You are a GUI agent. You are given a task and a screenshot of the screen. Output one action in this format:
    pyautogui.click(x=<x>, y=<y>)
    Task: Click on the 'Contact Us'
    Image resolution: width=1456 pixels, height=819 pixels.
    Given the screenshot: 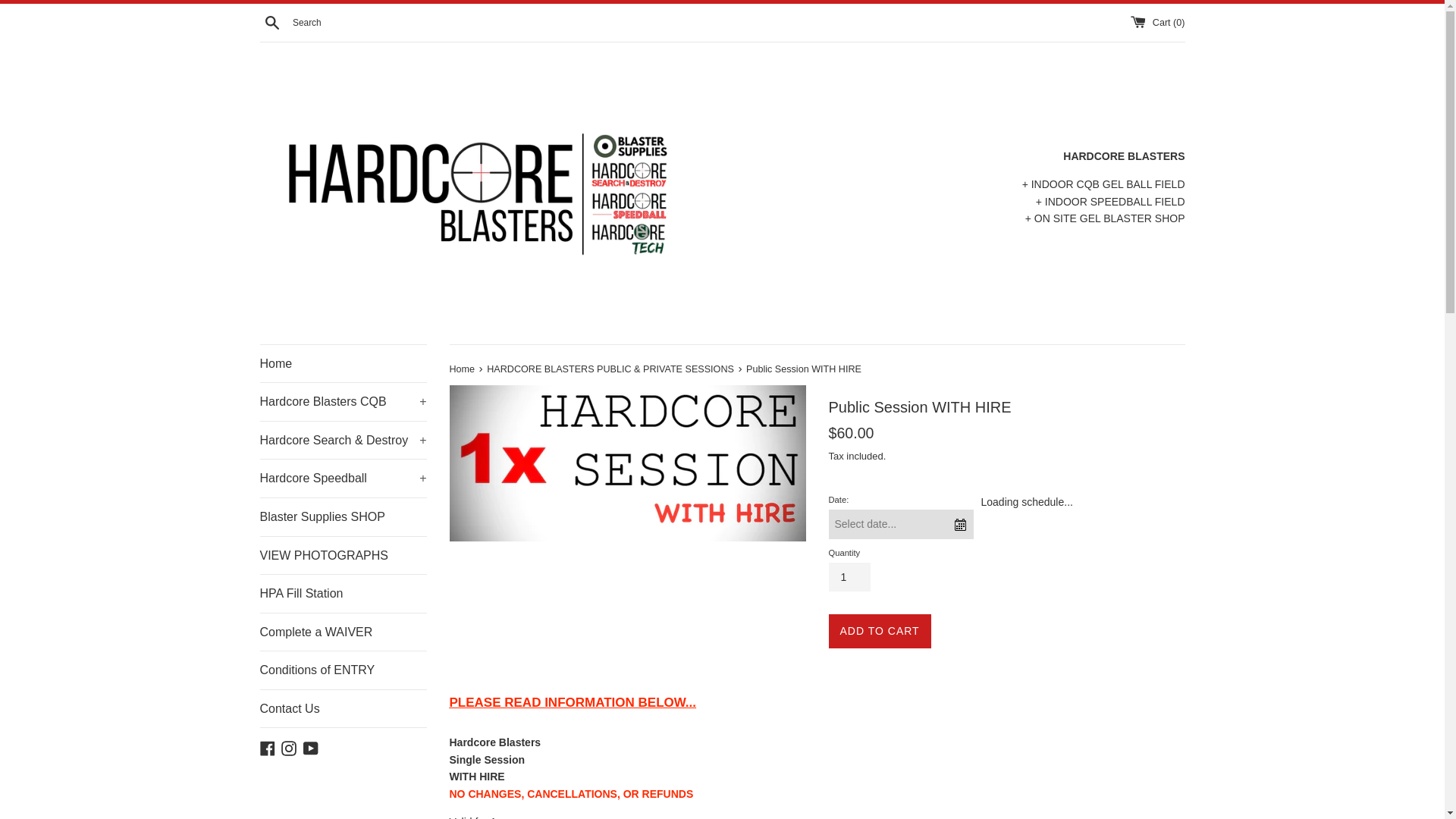 What is the action you would take?
    pyautogui.click(x=259, y=708)
    